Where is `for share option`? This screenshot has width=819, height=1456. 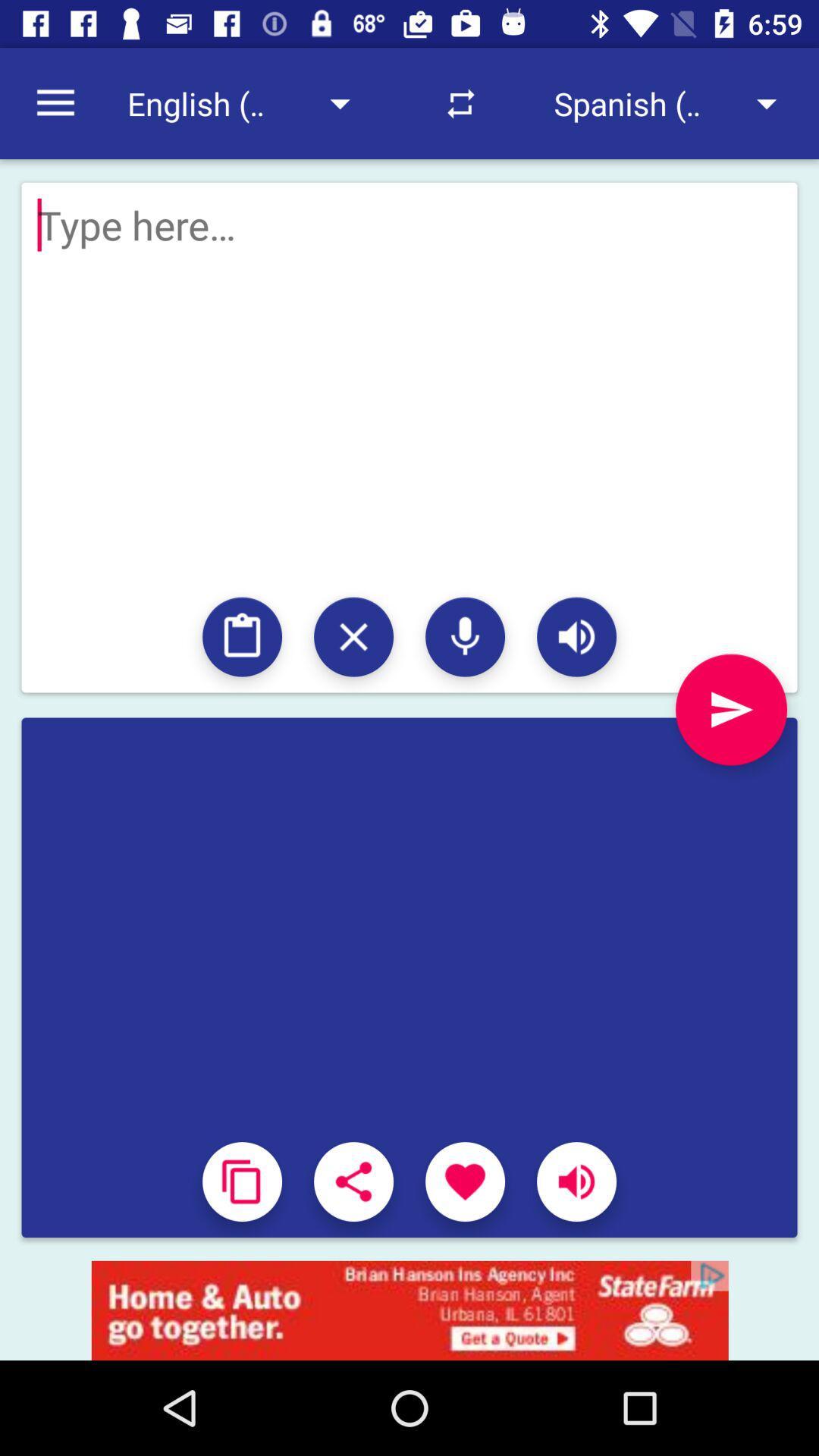 for share option is located at coordinates (353, 1181).